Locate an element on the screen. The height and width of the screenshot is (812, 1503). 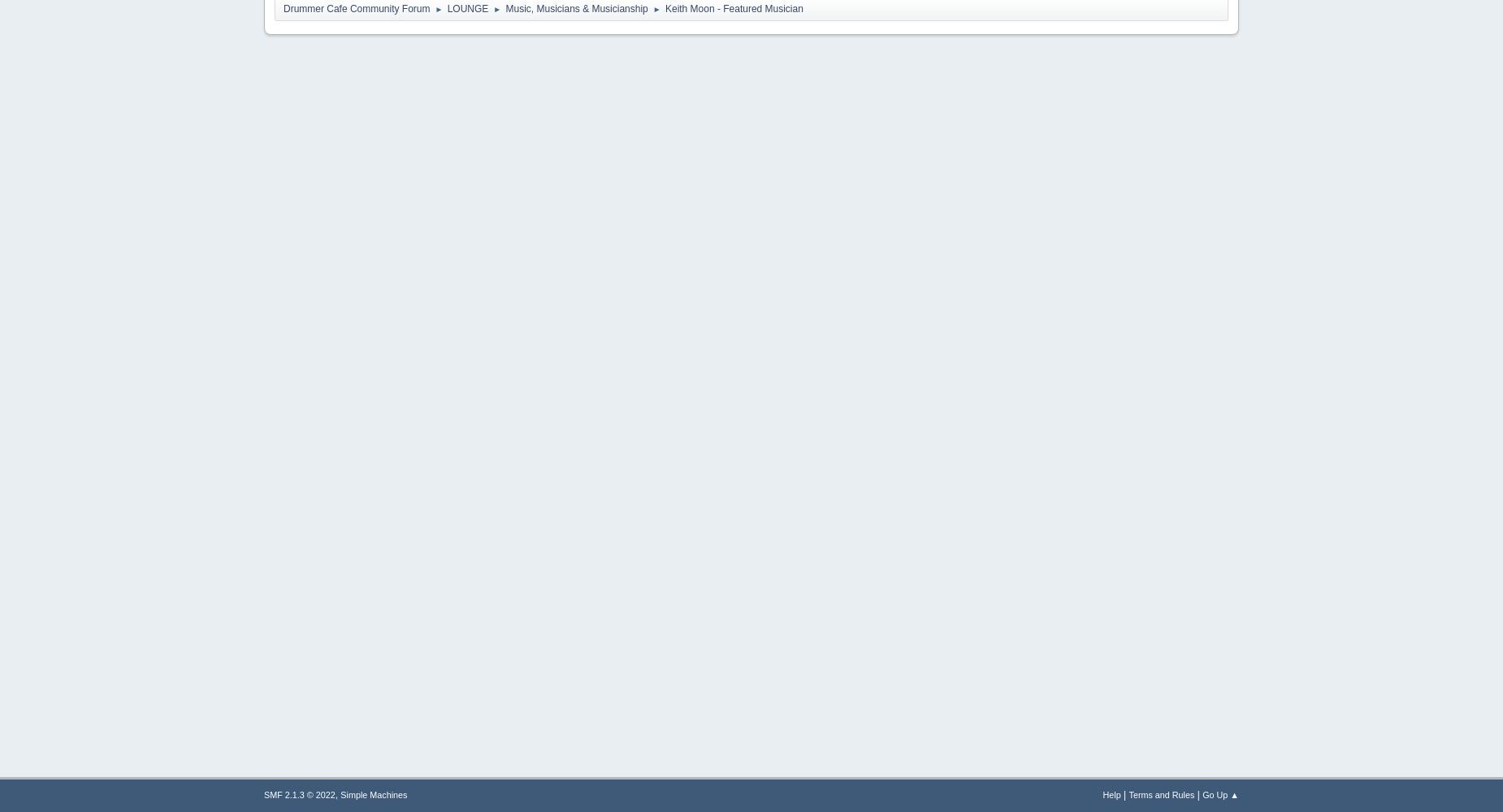
'Terms and Rules' is located at coordinates (1161, 794).